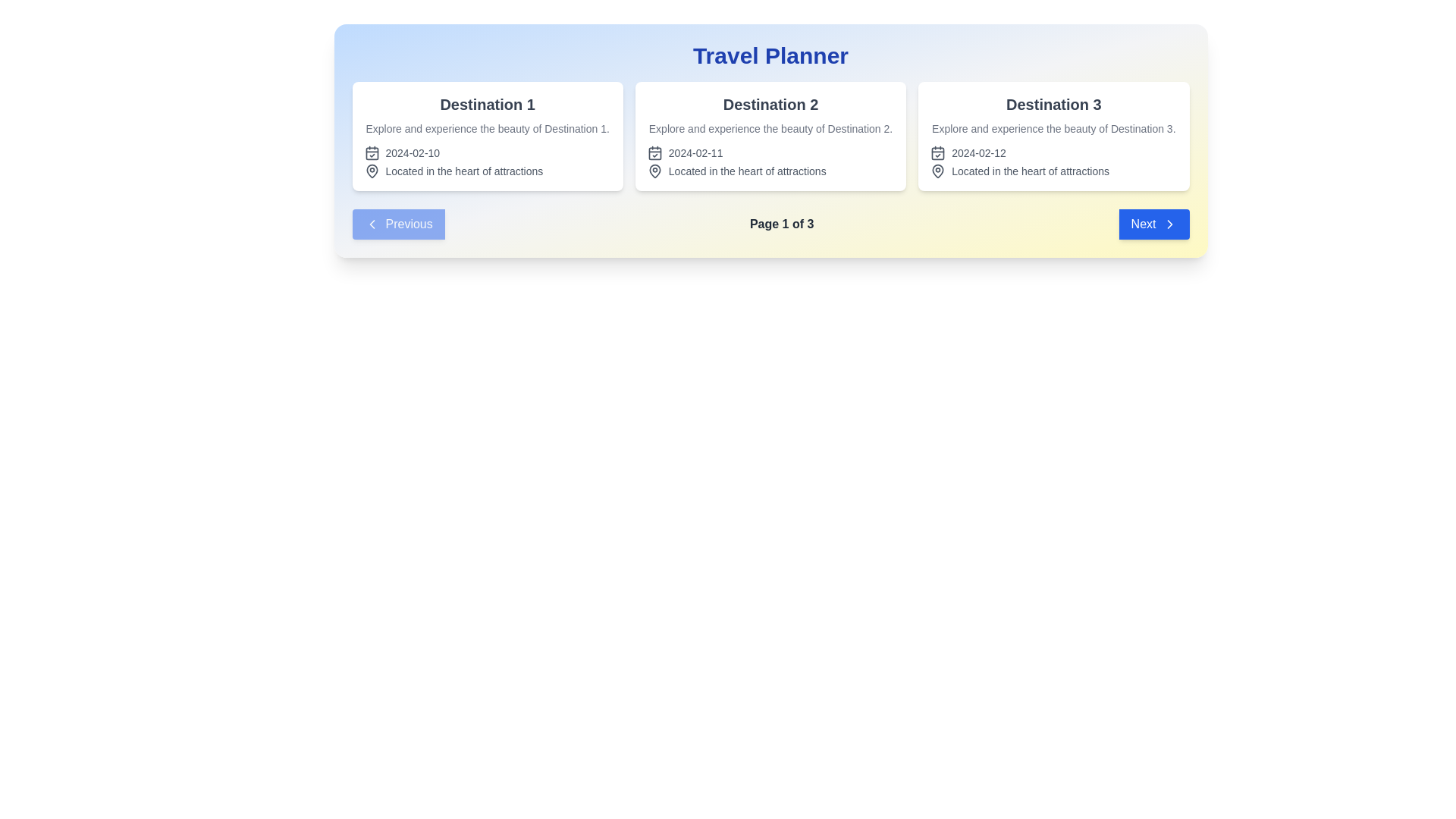 The width and height of the screenshot is (1456, 819). Describe the element at coordinates (1053, 136) in the screenshot. I see `details presented in the informational card titled 'Destination 3', which is the third card in a series of three positioned on the right side of the row` at that location.